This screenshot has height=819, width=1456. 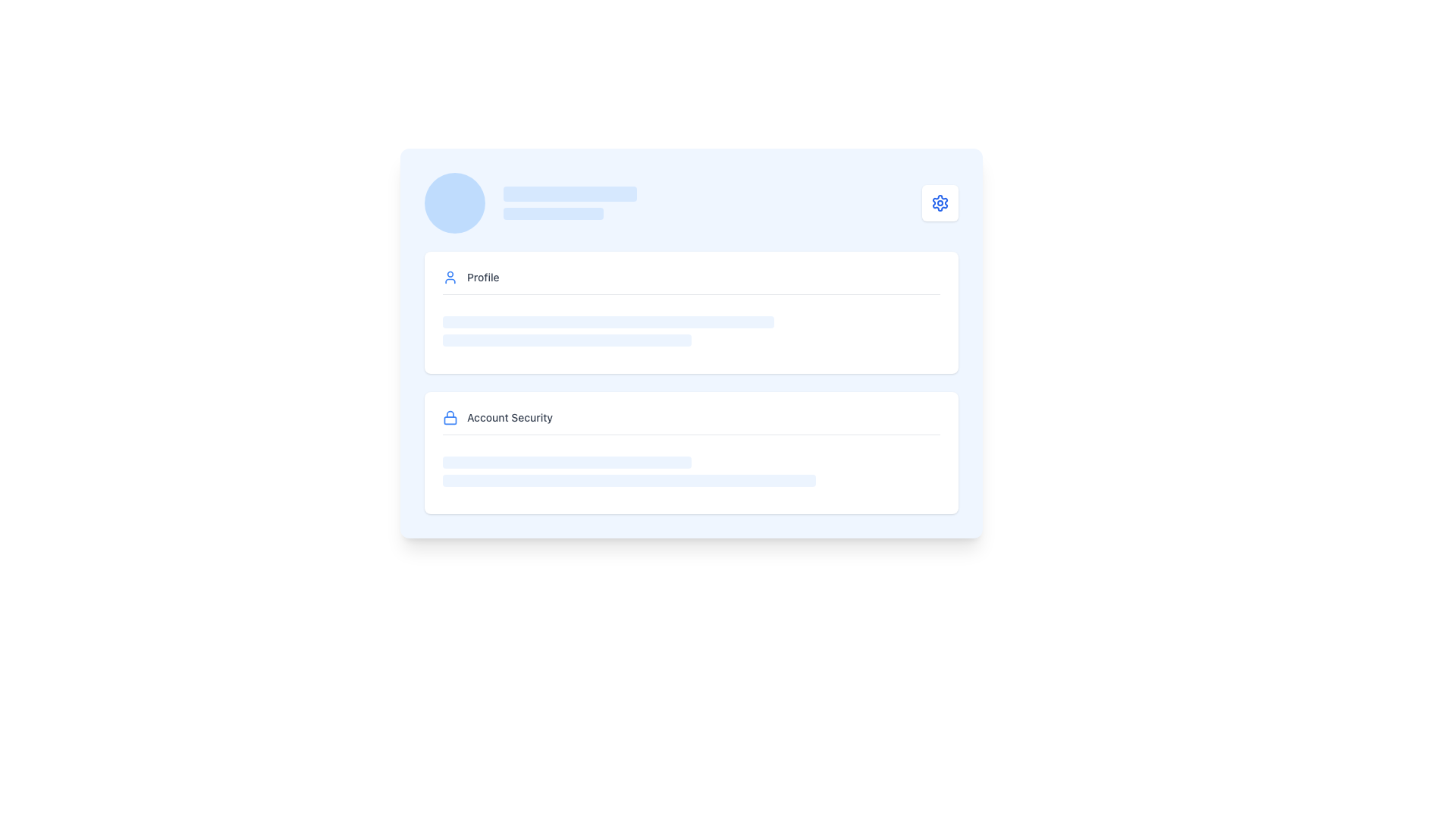 I want to click on the circular visual placeholder located at the top-left corner of the user panel, which serves as a decorative loading animation, so click(x=454, y=202).